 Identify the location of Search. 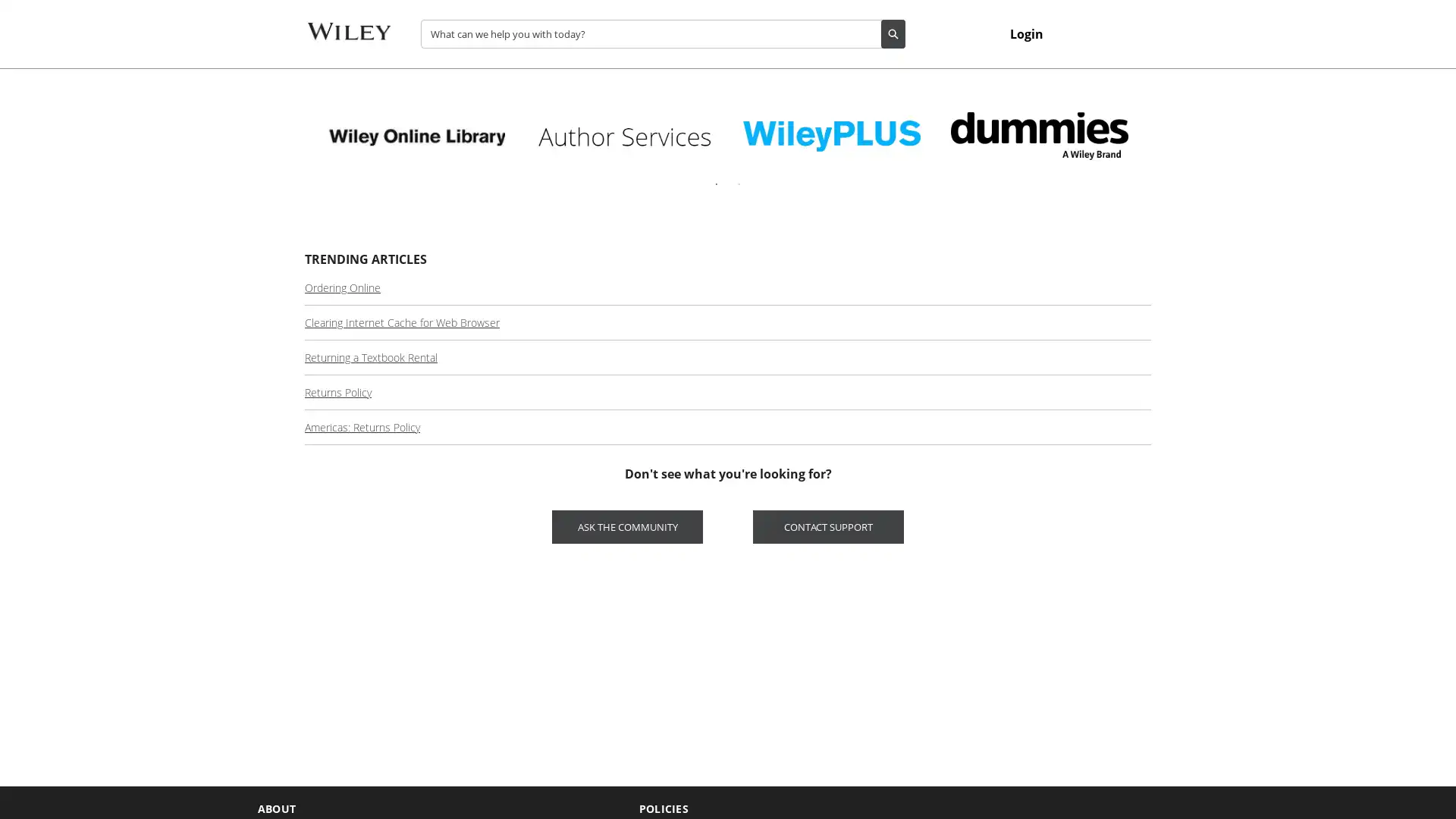
(893, 33).